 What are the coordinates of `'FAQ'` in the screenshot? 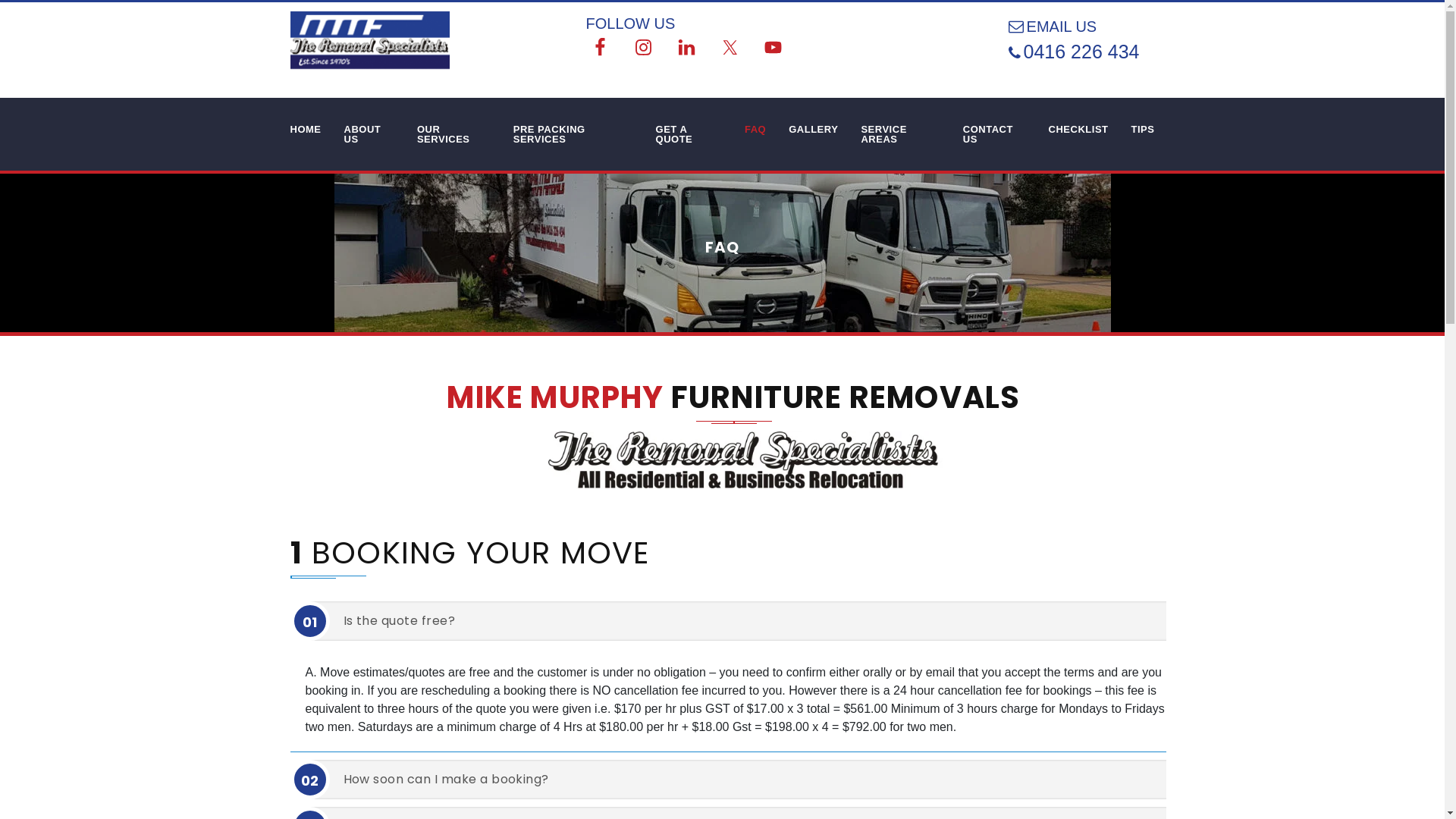 It's located at (755, 128).